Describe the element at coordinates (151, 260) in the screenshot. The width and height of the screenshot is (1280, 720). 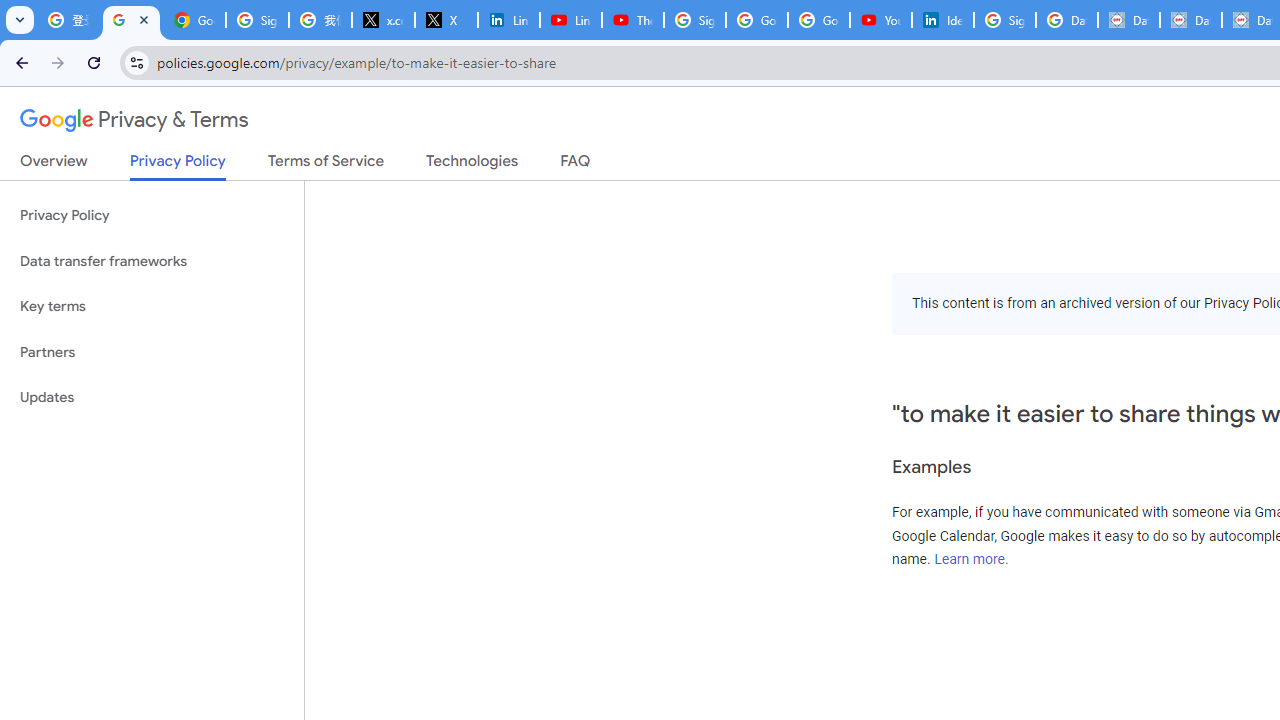
I see `'Data transfer frameworks'` at that location.